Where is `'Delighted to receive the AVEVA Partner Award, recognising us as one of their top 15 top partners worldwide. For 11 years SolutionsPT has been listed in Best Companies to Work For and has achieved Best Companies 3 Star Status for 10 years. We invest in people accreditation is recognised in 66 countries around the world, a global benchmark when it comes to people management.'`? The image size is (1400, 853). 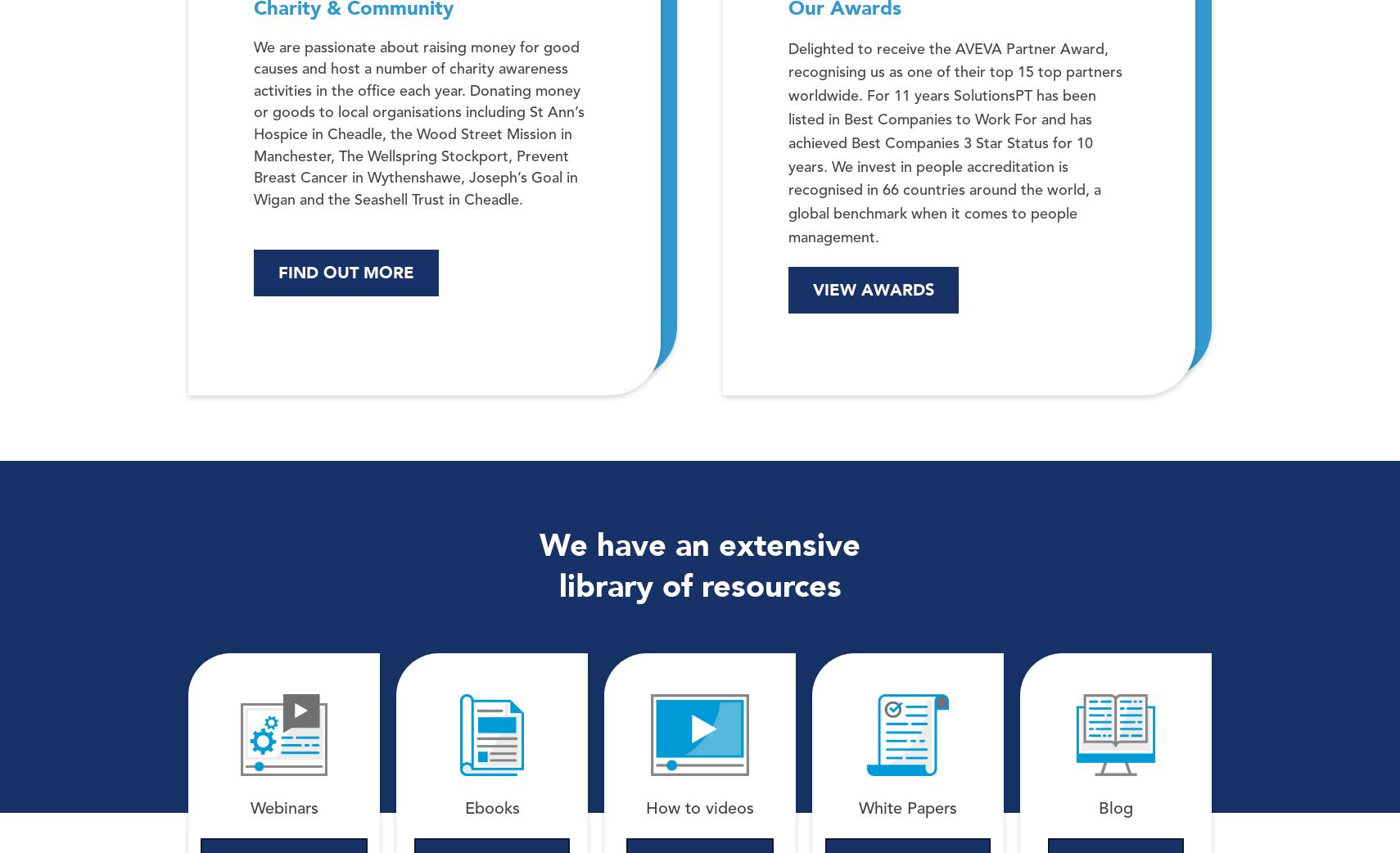
'Delighted to receive the AVEVA Partner Award, recognising us as one of their top 15 top partners worldwide. For 11 years SolutionsPT has been listed in Best Companies to Work For and has achieved Best Companies 3 Star Status for 10 years. We invest in people accreditation is recognised in 66 countries around the world, a global benchmark when it comes to people management.' is located at coordinates (954, 142).